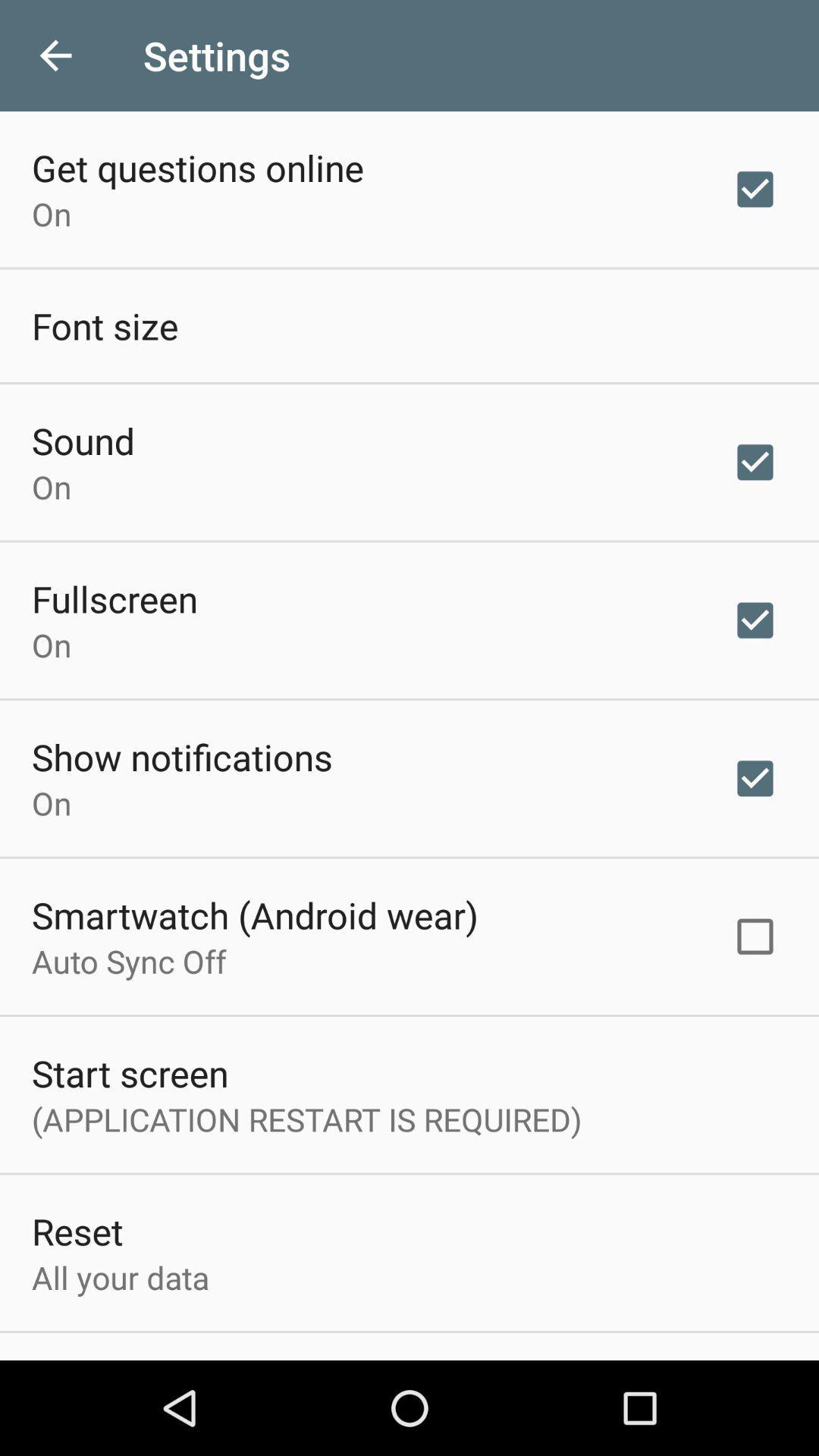  Describe the element at coordinates (181, 757) in the screenshot. I see `the icon below on item` at that location.